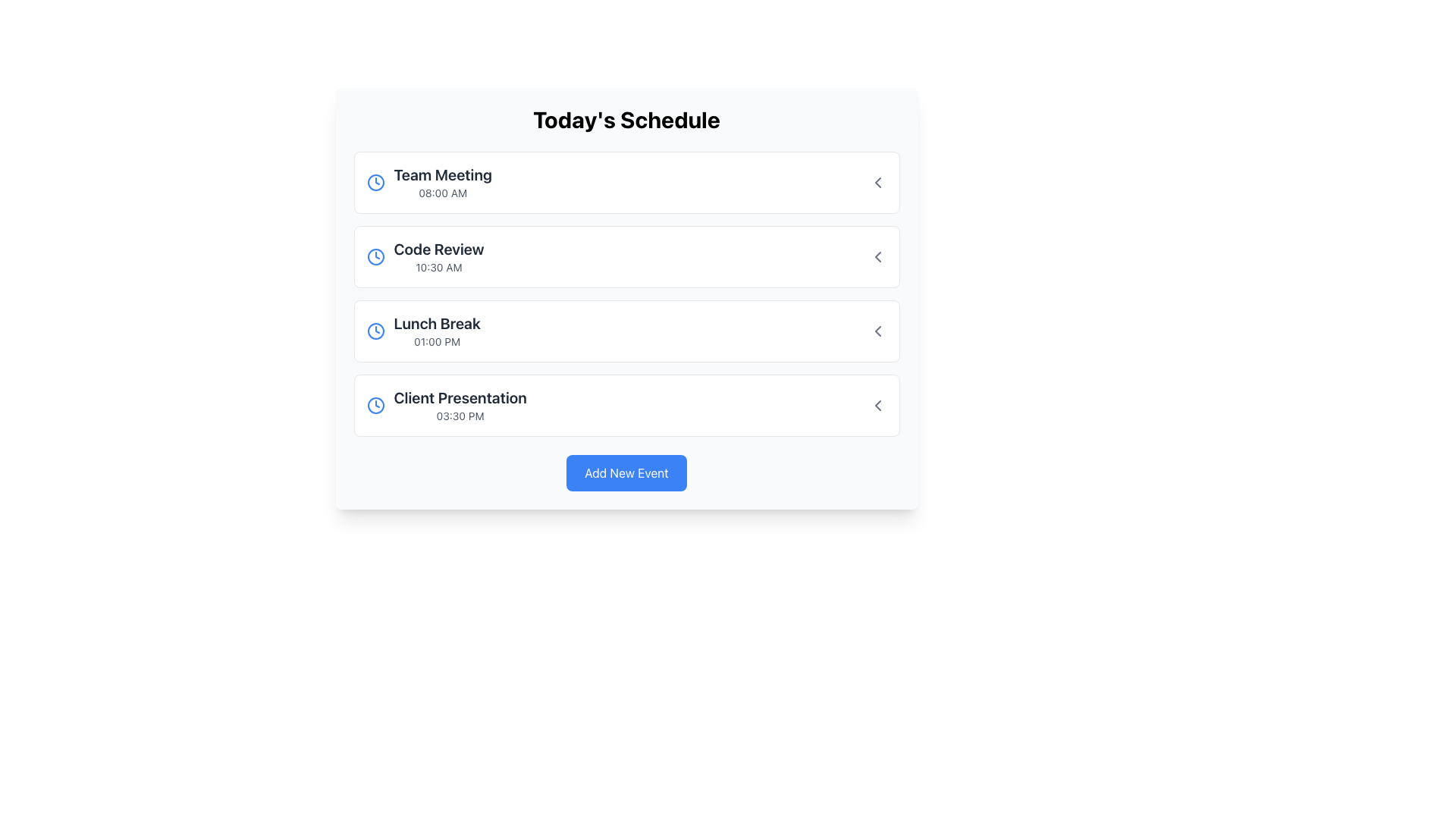 The height and width of the screenshot is (819, 1456). What do you see at coordinates (626, 472) in the screenshot?
I see `the button that initiates the process of adding a new event to the schedule for keyboard navigation` at bounding box center [626, 472].